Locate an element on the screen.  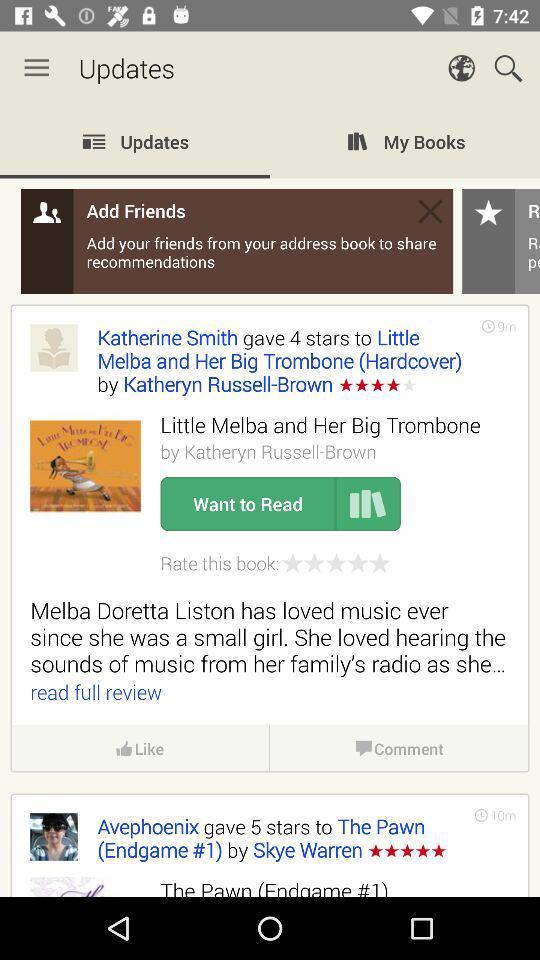
the rate this book: is located at coordinates (218, 563).